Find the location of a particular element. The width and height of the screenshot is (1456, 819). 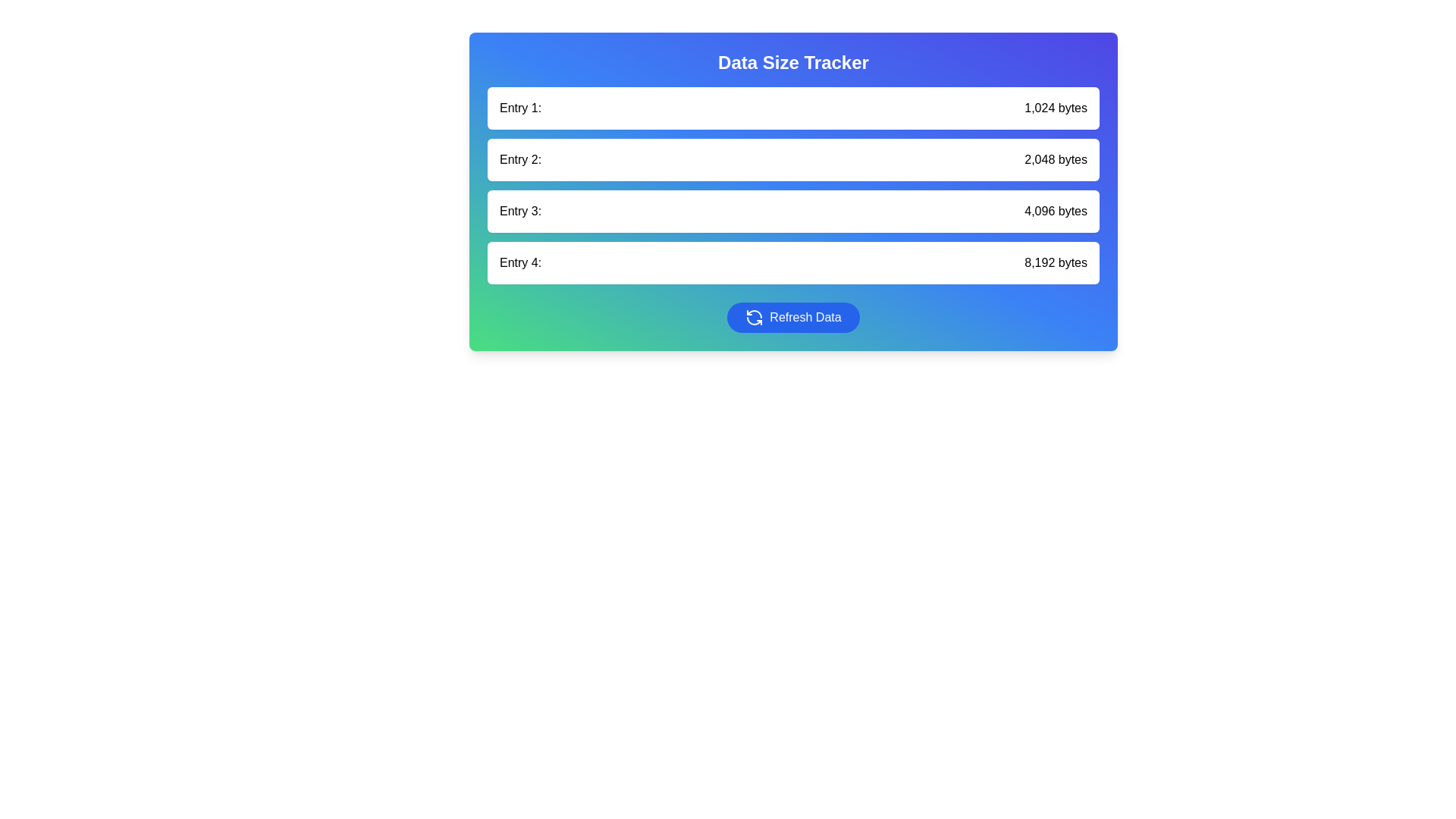

the text label displaying 'Entry 3:' to associate it with its data value is located at coordinates (520, 211).